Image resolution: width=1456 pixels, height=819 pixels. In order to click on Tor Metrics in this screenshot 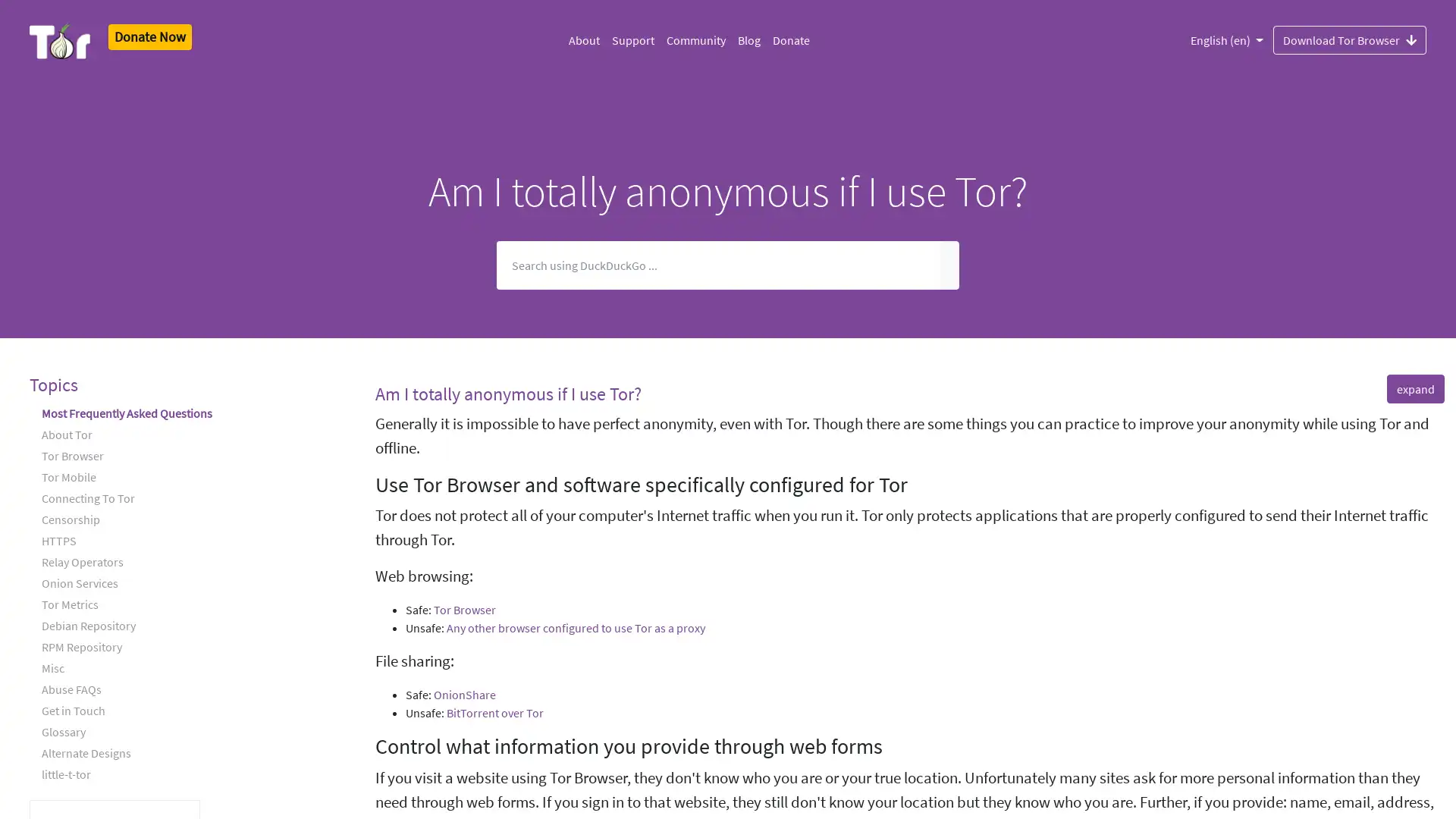, I will do `click(187, 602)`.